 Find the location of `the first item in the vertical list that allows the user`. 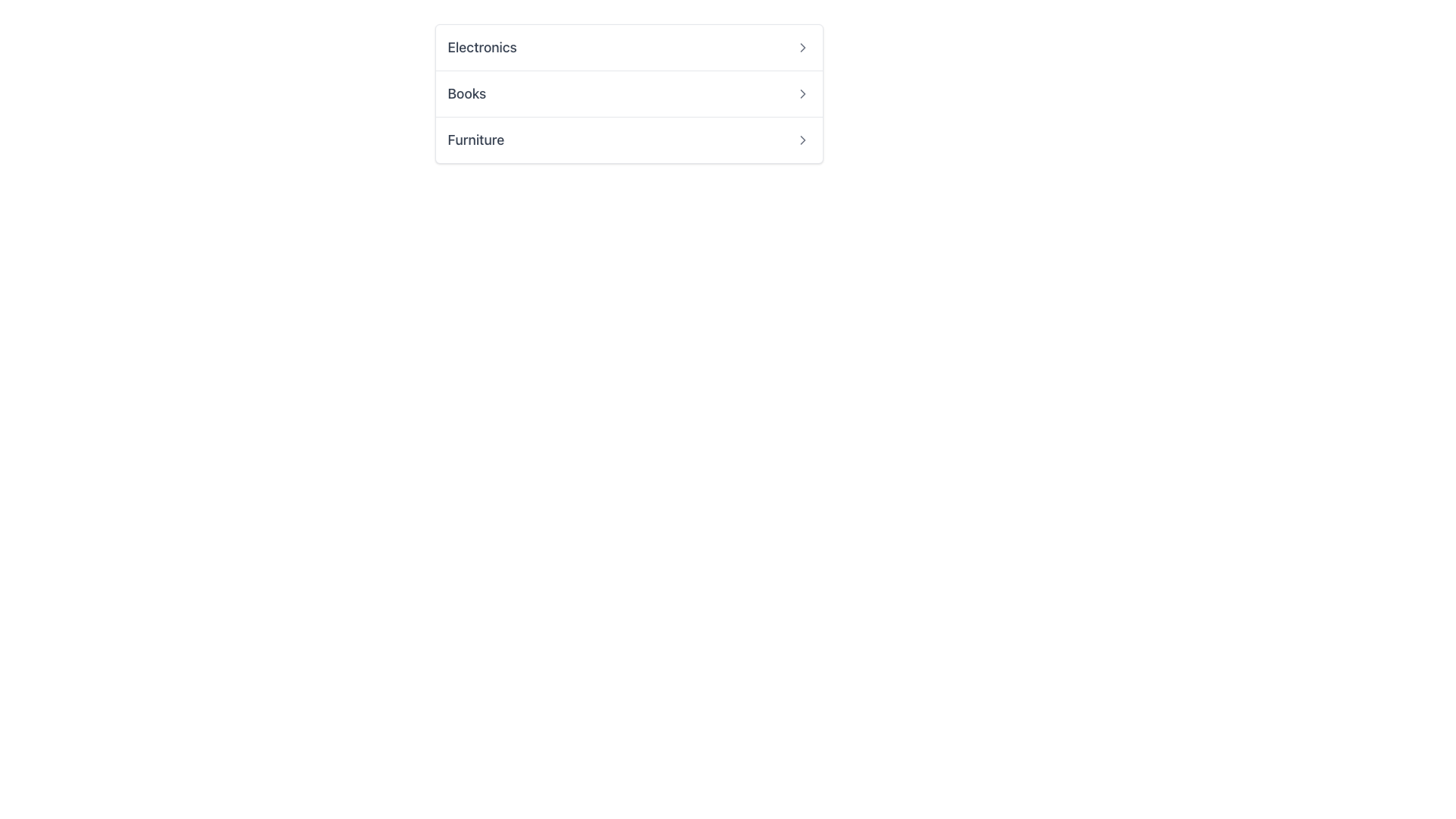

the first item in the vertical list that allows the user is located at coordinates (629, 46).